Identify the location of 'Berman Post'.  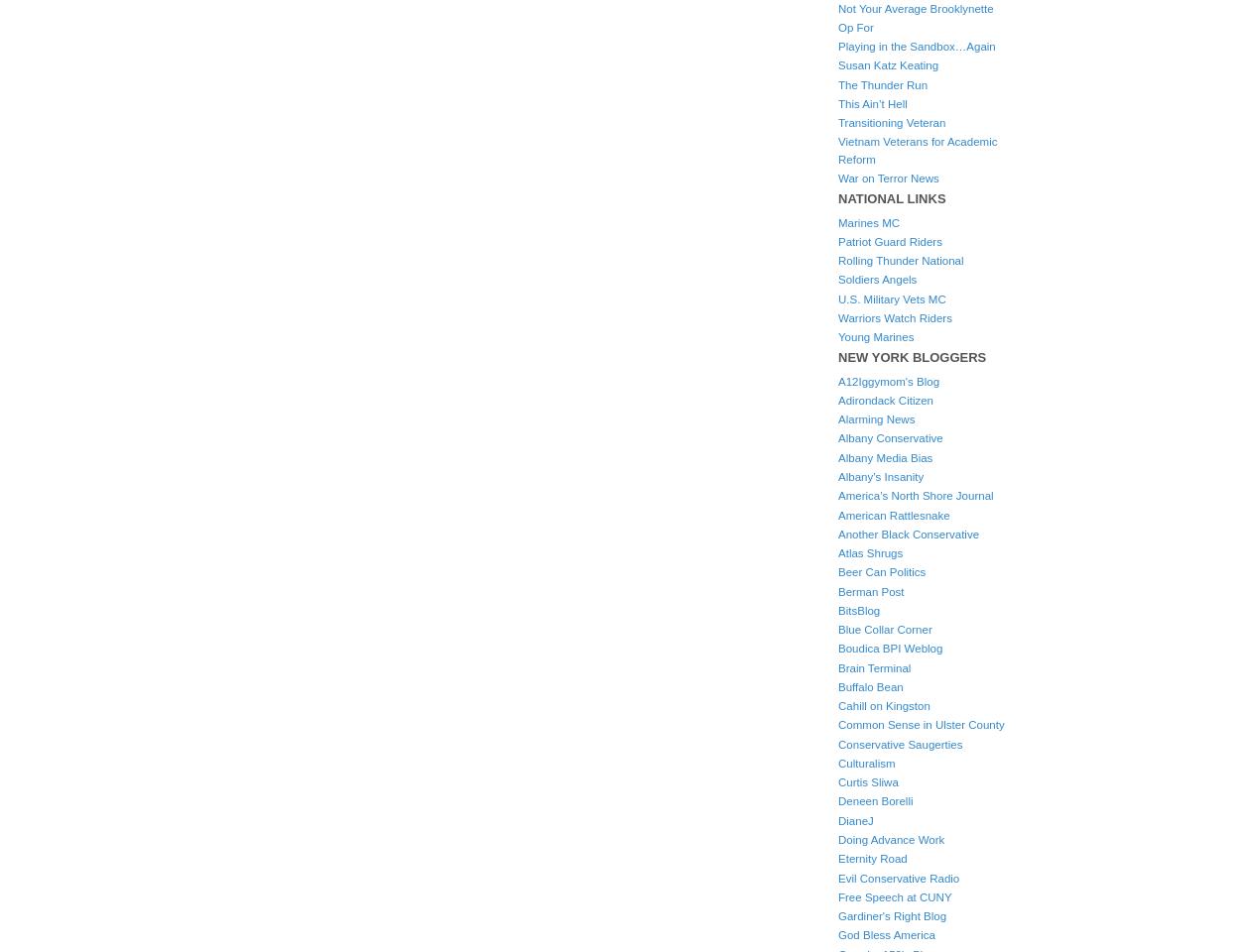
(871, 590).